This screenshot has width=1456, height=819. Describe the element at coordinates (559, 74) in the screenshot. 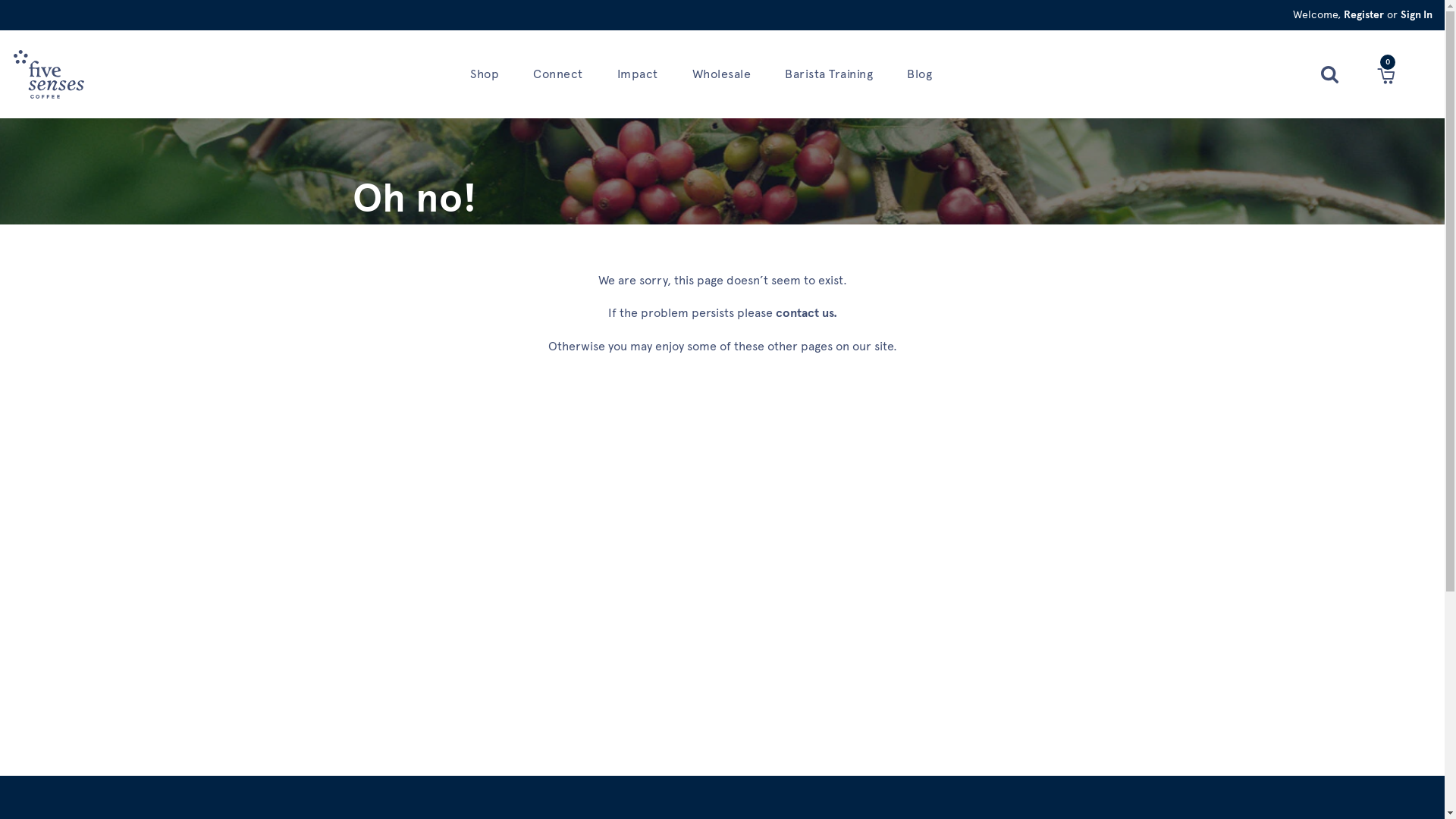

I see `'Connect'` at that location.